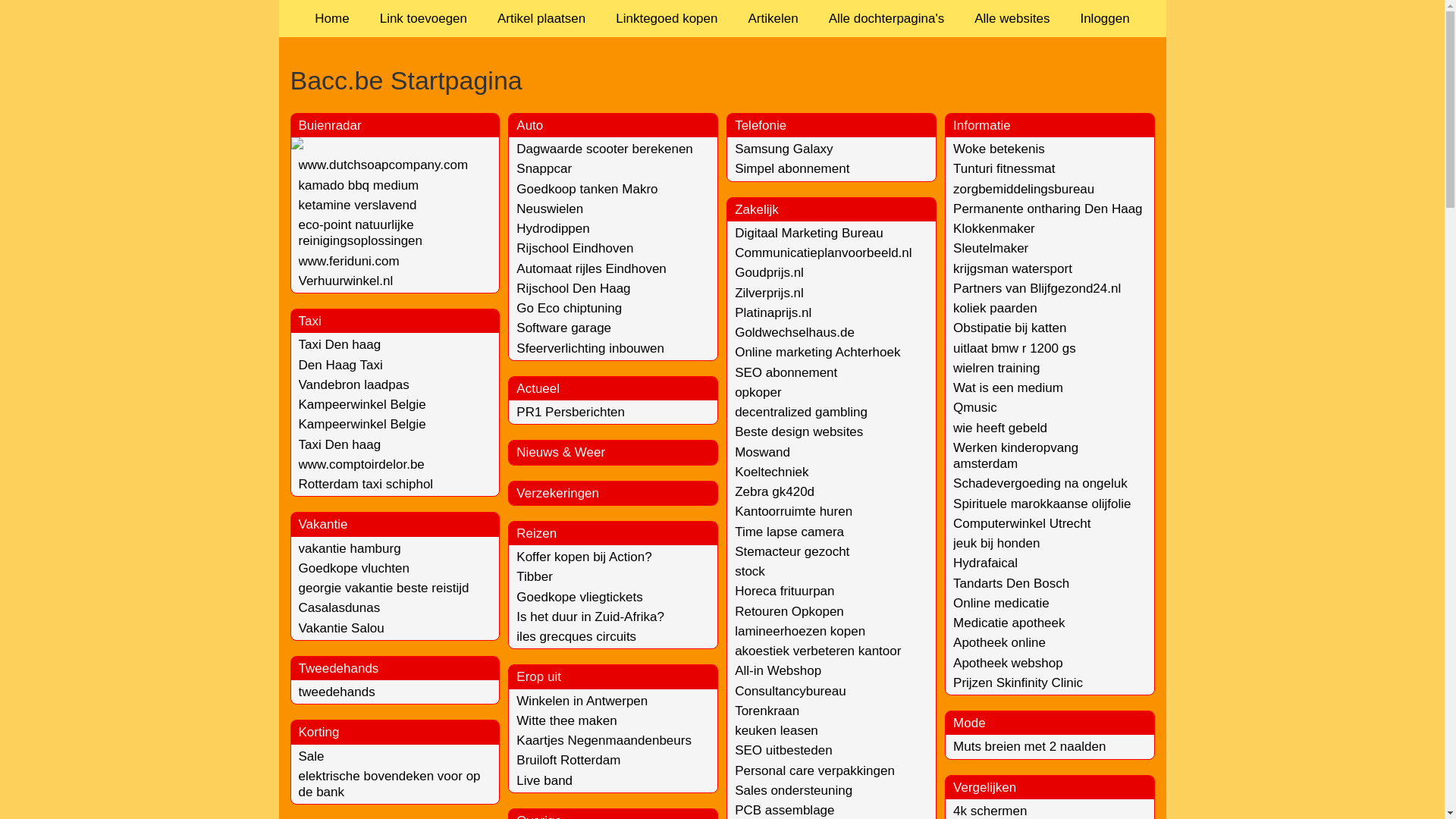 The height and width of the screenshot is (819, 1456). I want to click on 'Klokkenmaker', so click(993, 228).